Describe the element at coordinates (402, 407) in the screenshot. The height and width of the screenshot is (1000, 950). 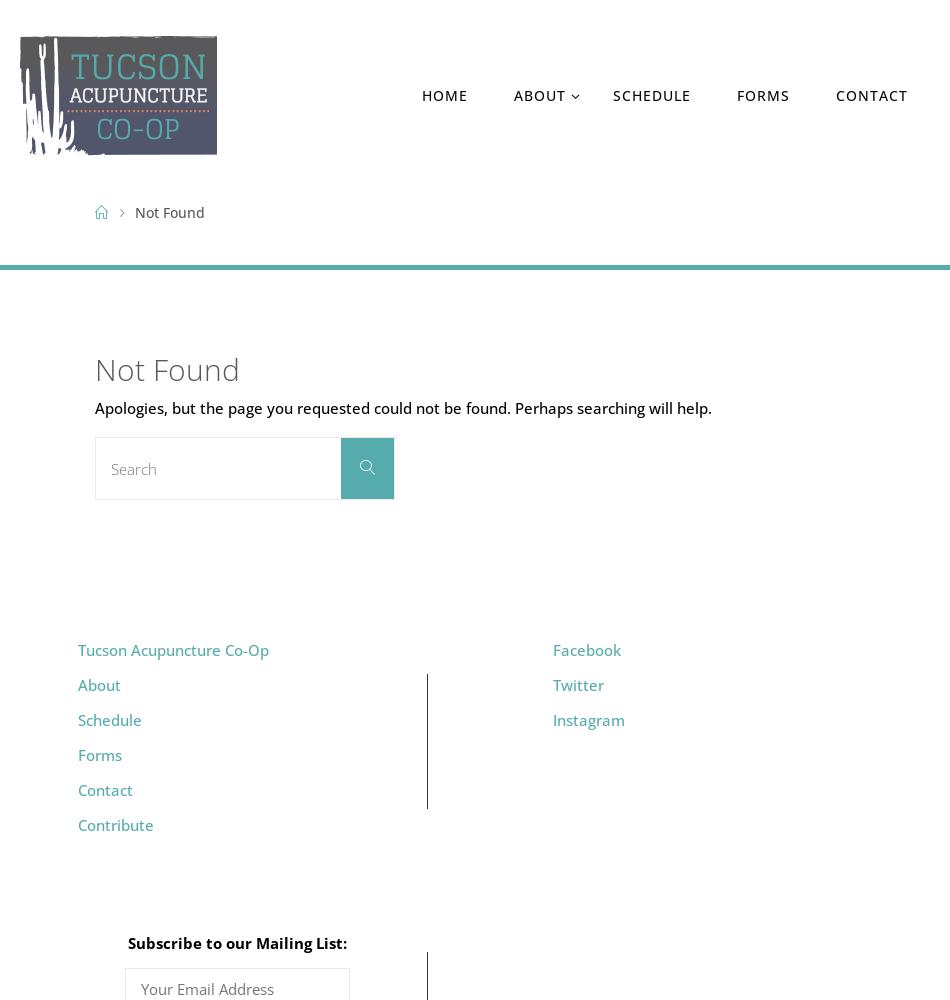
I see `'Apologies, but the page you requested could not be found. Perhaps searching will help.'` at that location.